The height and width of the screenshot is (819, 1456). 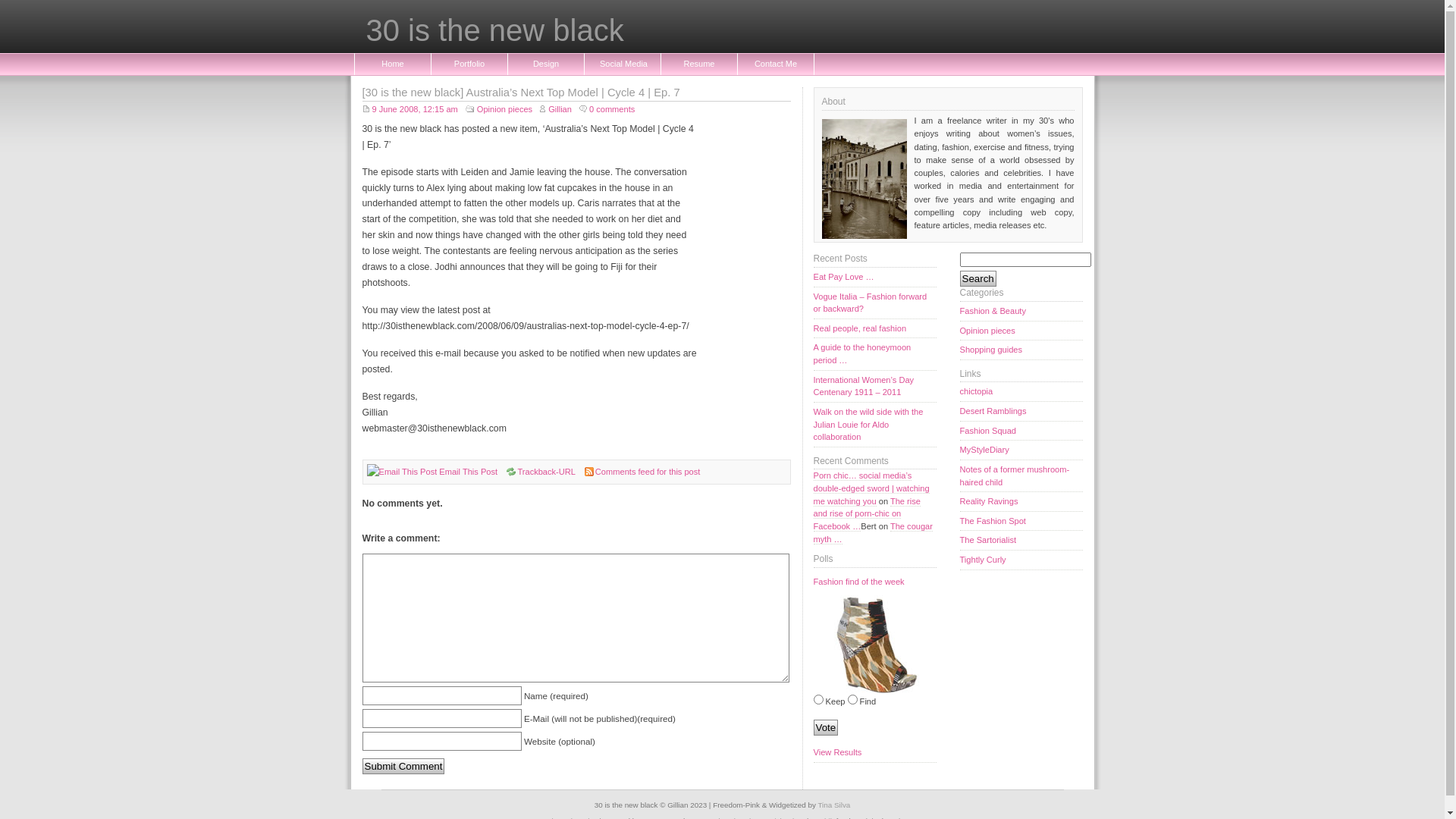 I want to click on 'Reality Ravings', so click(x=1021, y=502).